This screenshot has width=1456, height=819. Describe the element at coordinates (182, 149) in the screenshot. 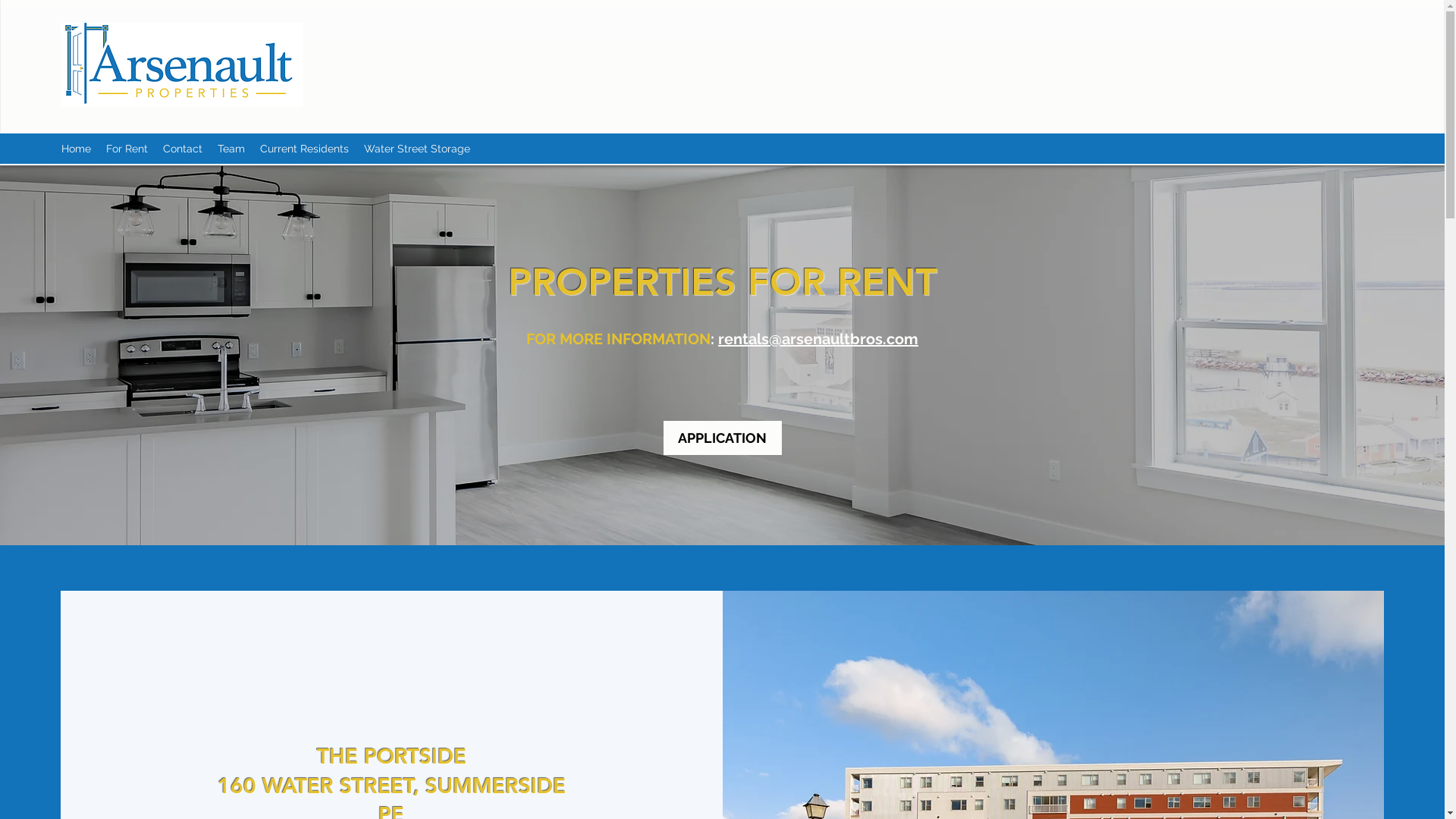

I see `'Contact'` at that location.